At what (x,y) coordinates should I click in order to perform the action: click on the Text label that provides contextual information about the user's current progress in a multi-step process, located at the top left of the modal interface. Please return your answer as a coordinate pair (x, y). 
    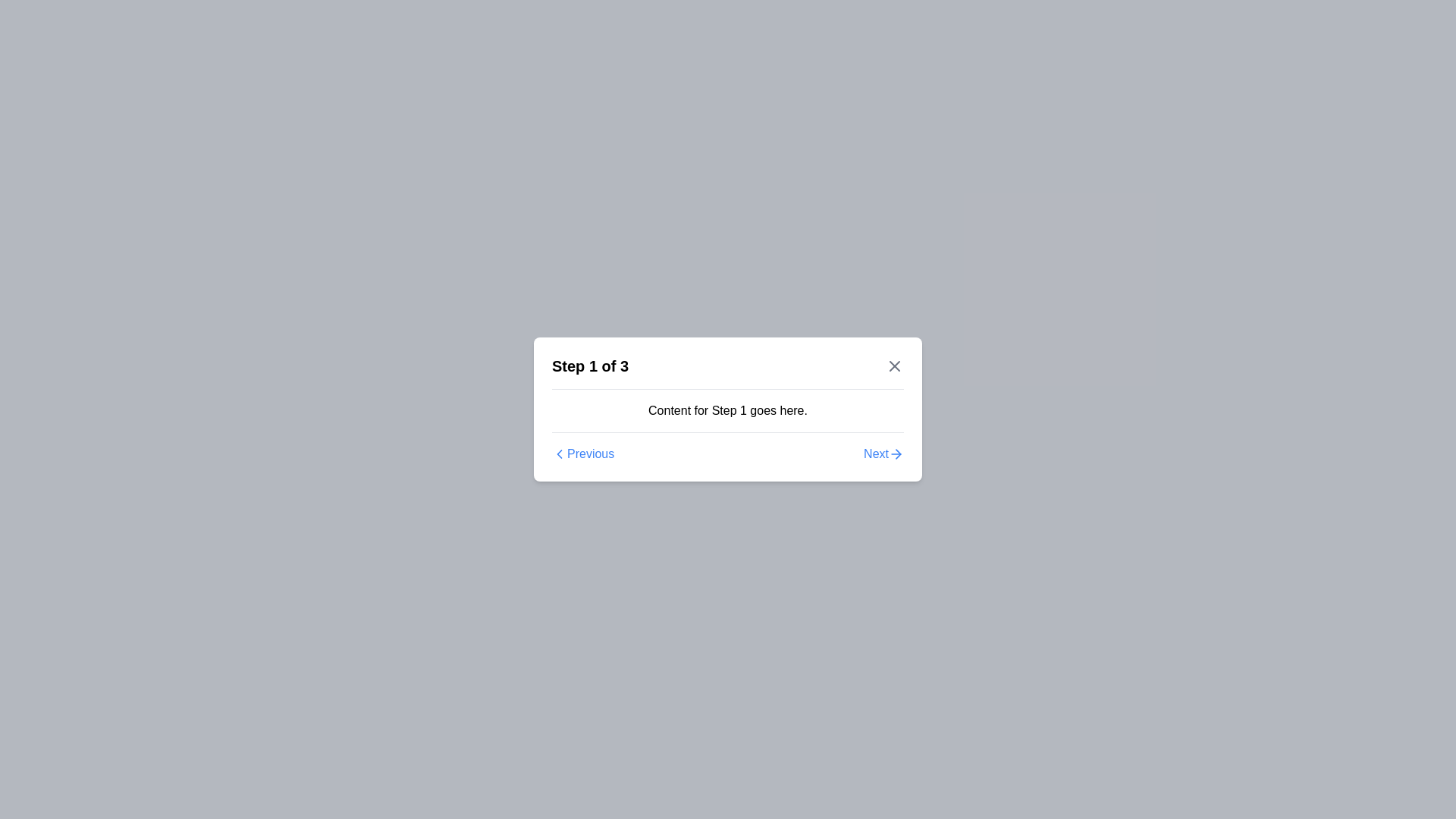
    Looking at the image, I should click on (589, 366).